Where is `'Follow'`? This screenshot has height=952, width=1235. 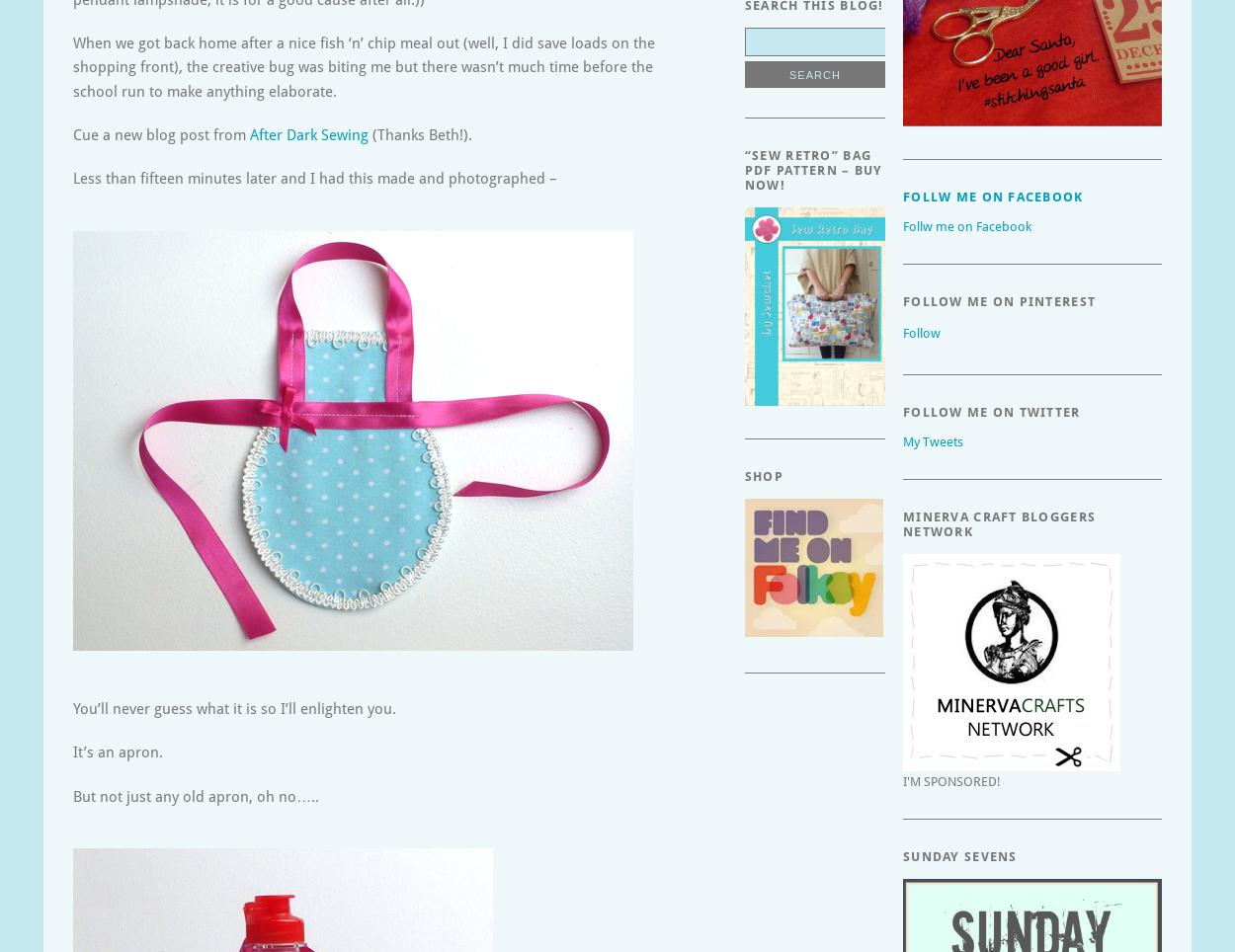 'Follow' is located at coordinates (921, 332).